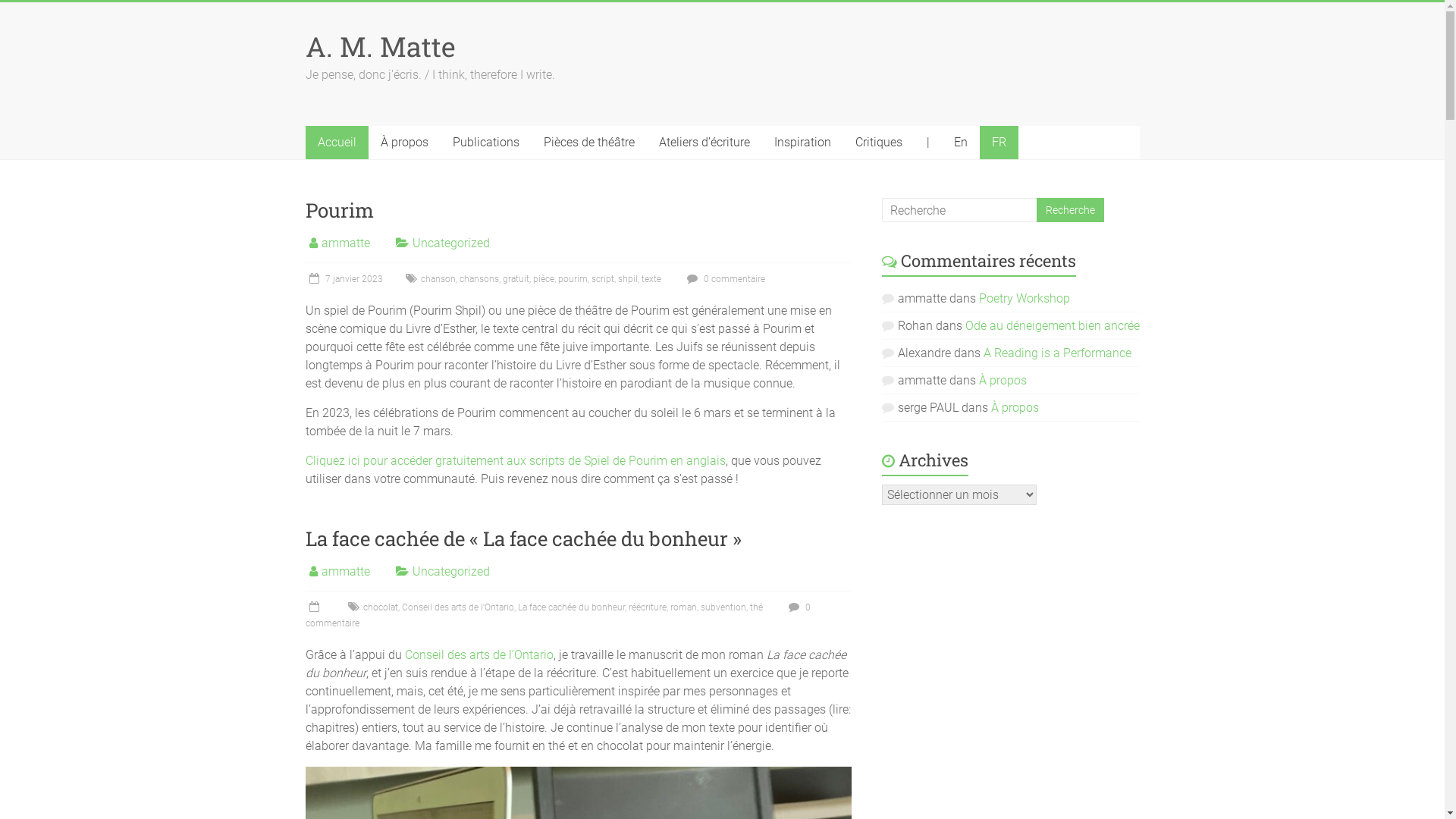 The width and height of the screenshot is (1456, 819). Describe the element at coordinates (999, 143) in the screenshot. I see `'FR'` at that location.